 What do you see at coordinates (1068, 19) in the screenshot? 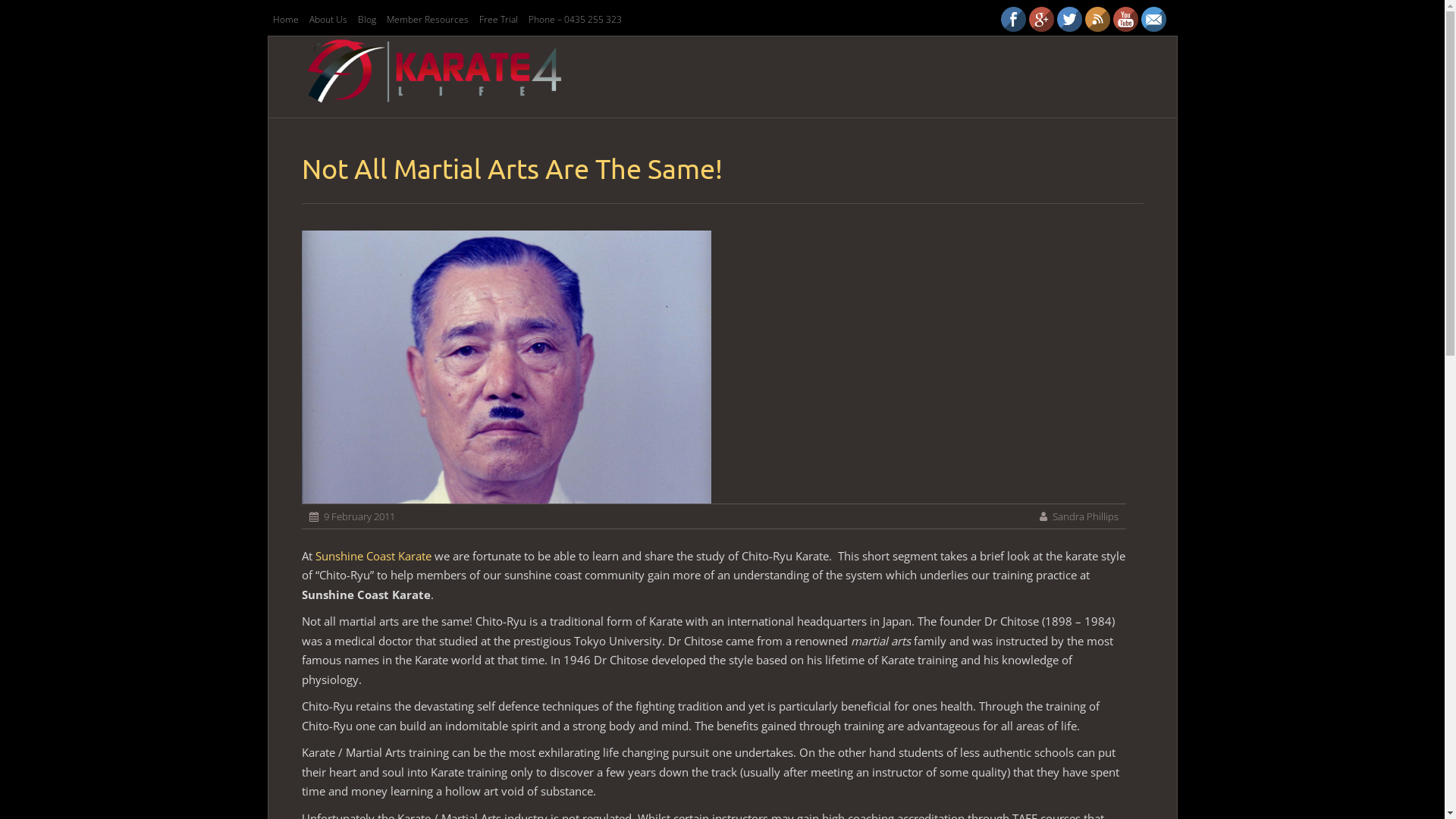
I see `'Twitter'` at bounding box center [1068, 19].